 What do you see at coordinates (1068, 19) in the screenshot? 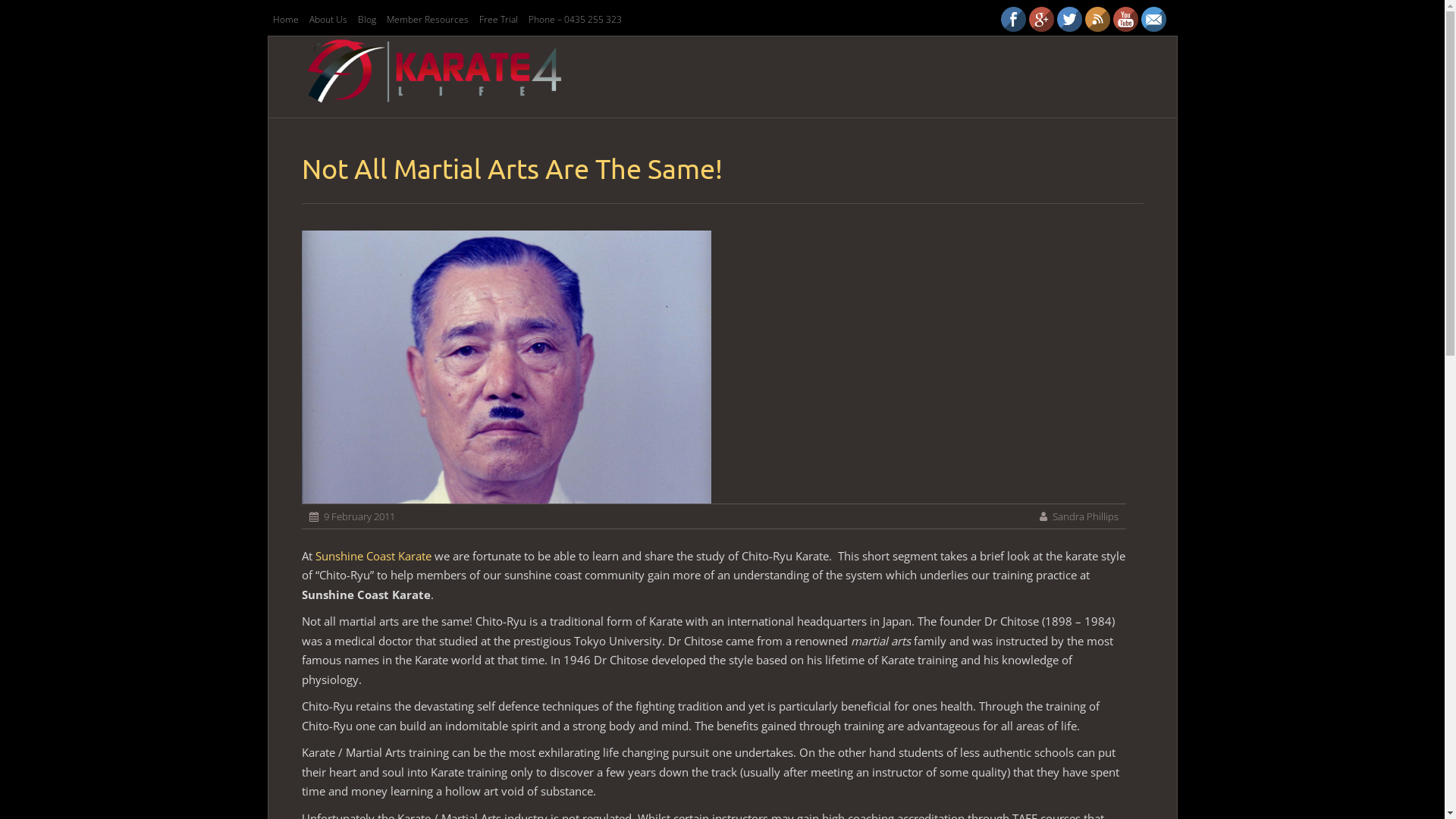
I see `'Twitter'` at bounding box center [1068, 19].